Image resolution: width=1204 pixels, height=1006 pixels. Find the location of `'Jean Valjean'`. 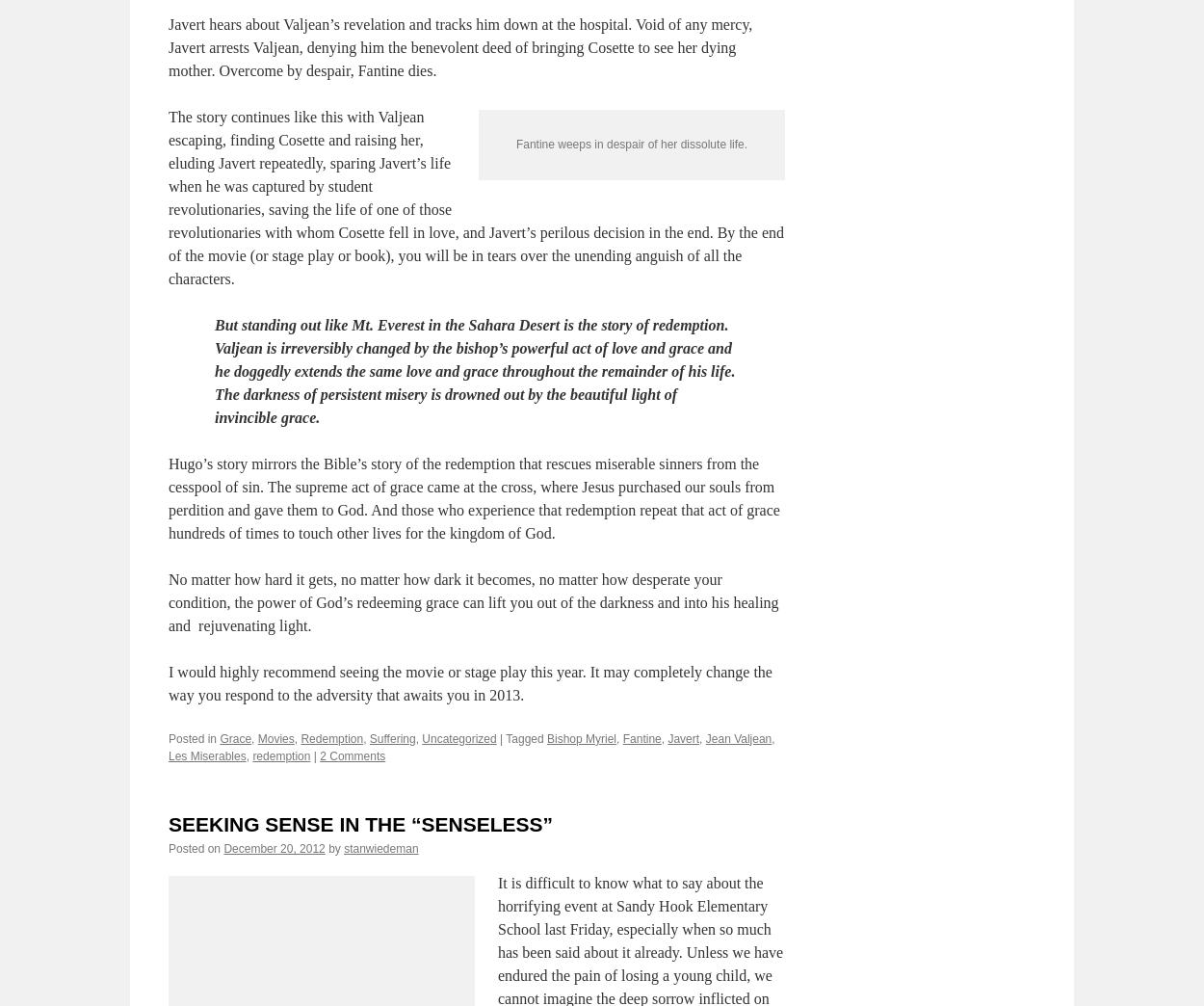

'Jean Valjean' is located at coordinates (704, 831).